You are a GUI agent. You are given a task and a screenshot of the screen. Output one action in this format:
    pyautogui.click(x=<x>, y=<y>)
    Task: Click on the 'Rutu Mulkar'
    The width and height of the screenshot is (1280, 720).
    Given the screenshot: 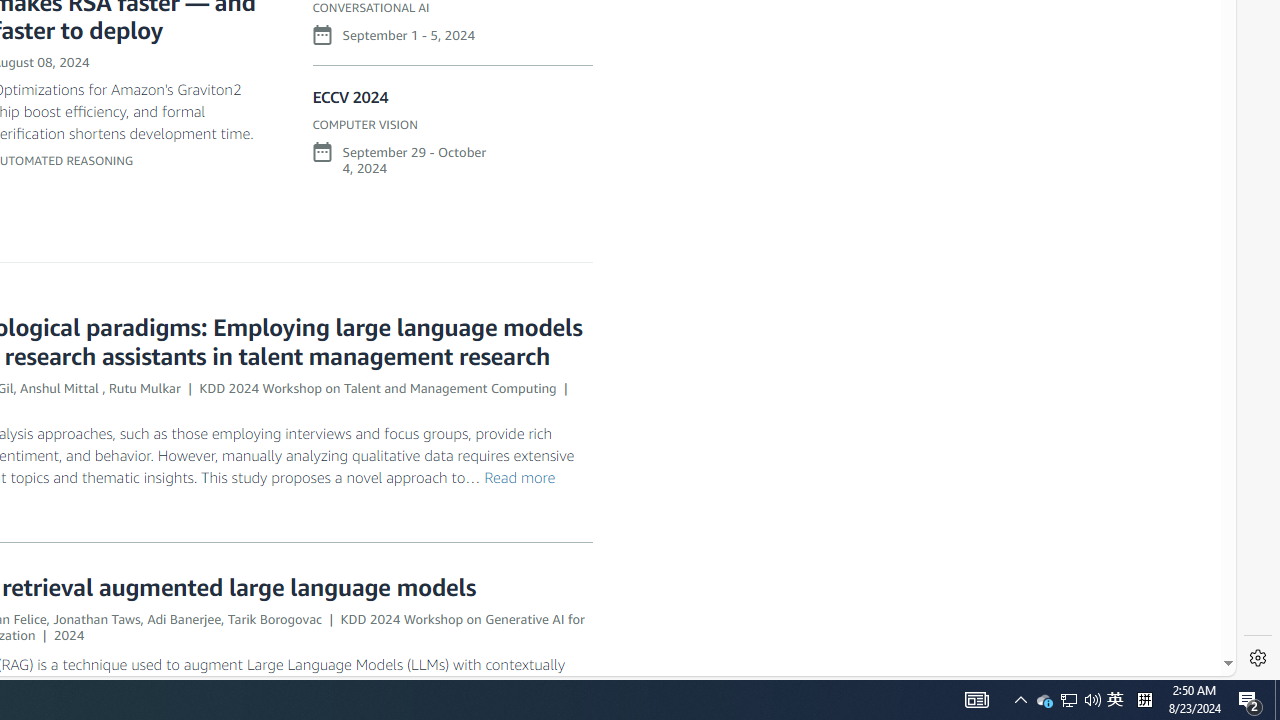 What is the action you would take?
    pyautogui.click(x=143, y=387)
    